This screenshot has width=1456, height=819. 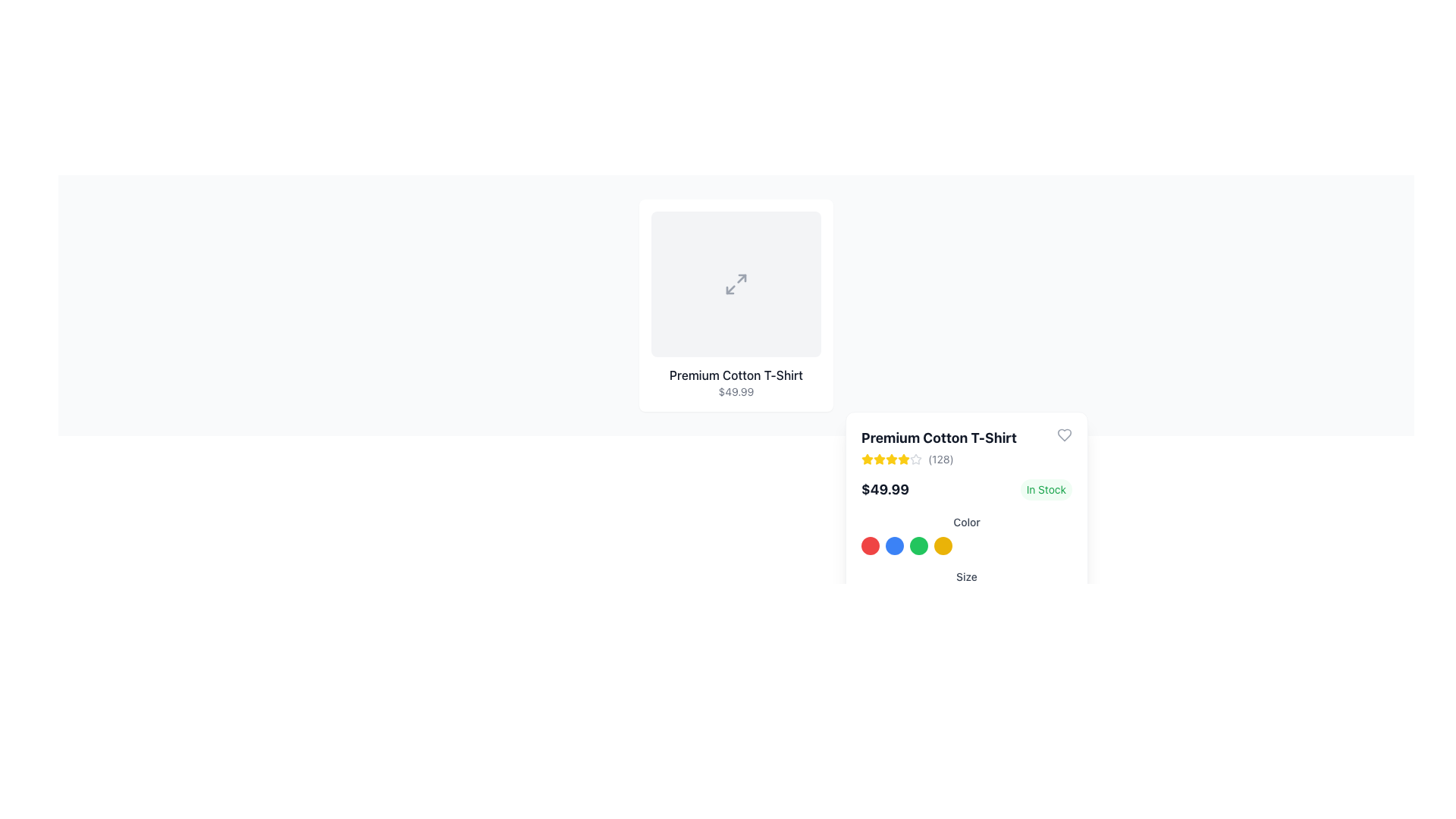 I want to click on the fourth star icon in the five-star rating system, which indicates the quality of the associated product or service, located above the text '(128)' on the product details card, so click(x=892, y=458).